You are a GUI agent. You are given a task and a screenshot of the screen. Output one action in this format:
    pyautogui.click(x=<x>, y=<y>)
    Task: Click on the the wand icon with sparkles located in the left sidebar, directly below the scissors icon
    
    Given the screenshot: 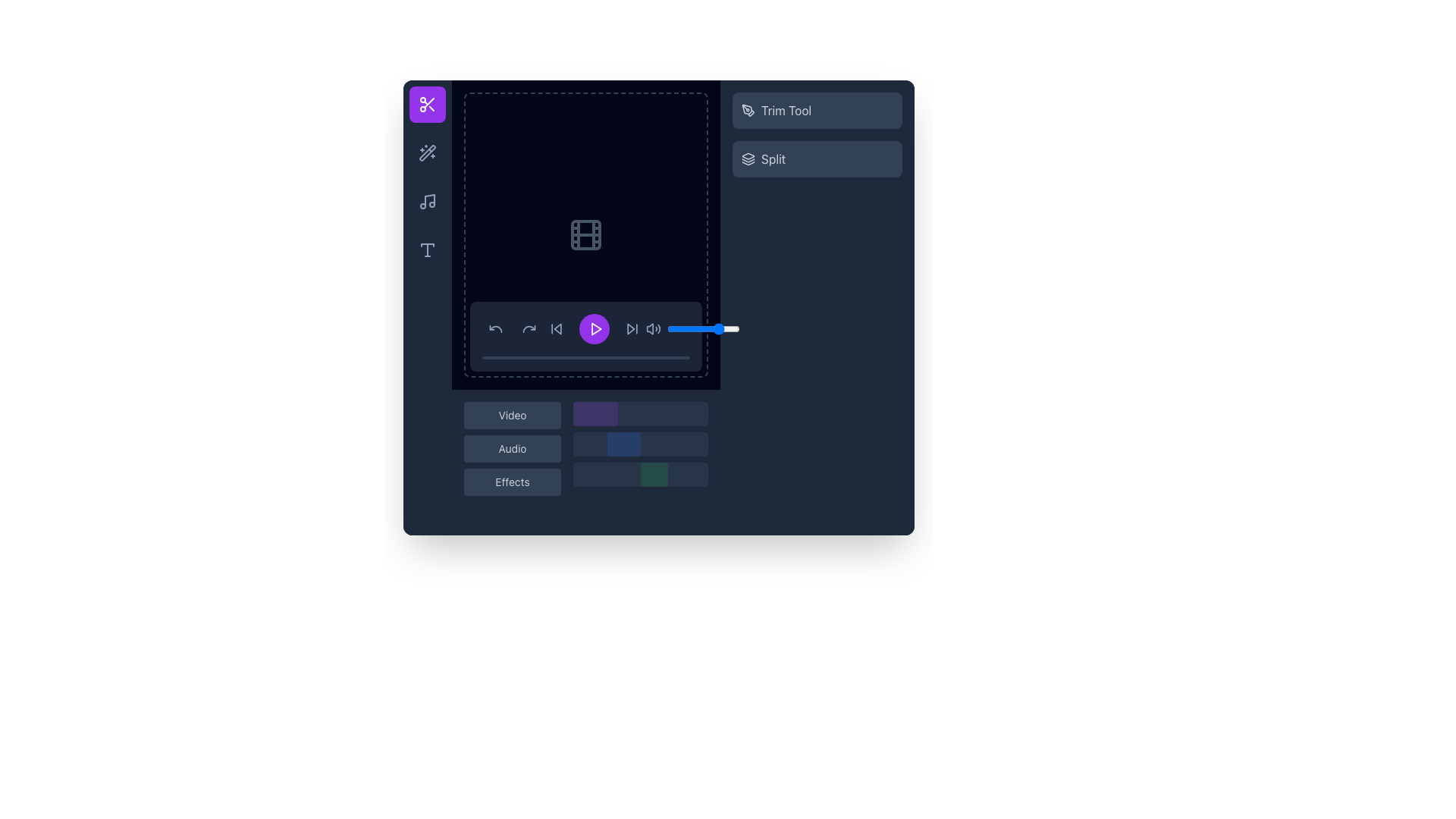 What is the action you would take?
    pyautogui.click(x=427, y=152)
    